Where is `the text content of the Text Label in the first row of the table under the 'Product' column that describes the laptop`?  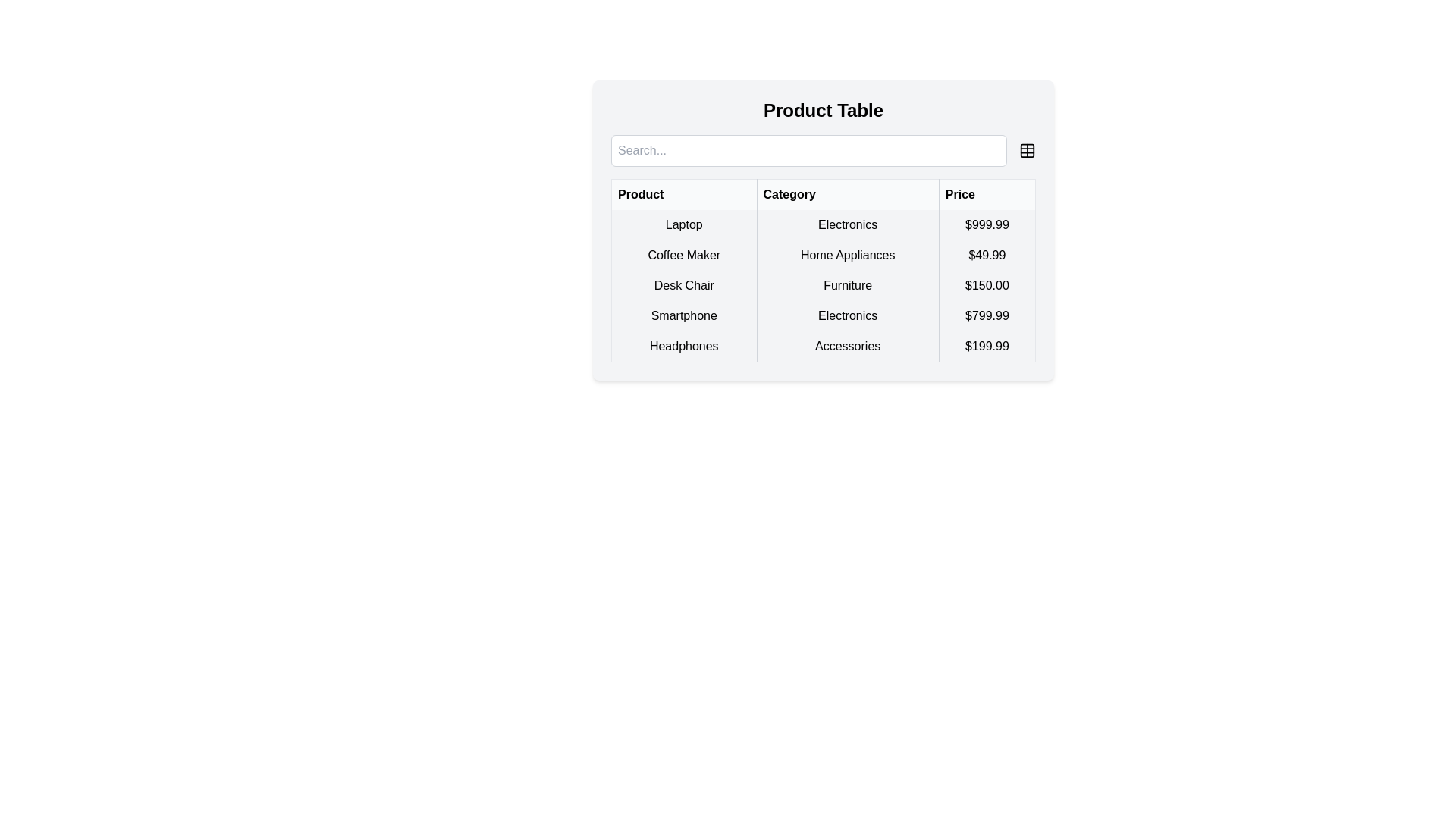 the text content of the Text Label in the first row of the table under the 'Product' column that describes the laptop is located at coordinates (683, 225).